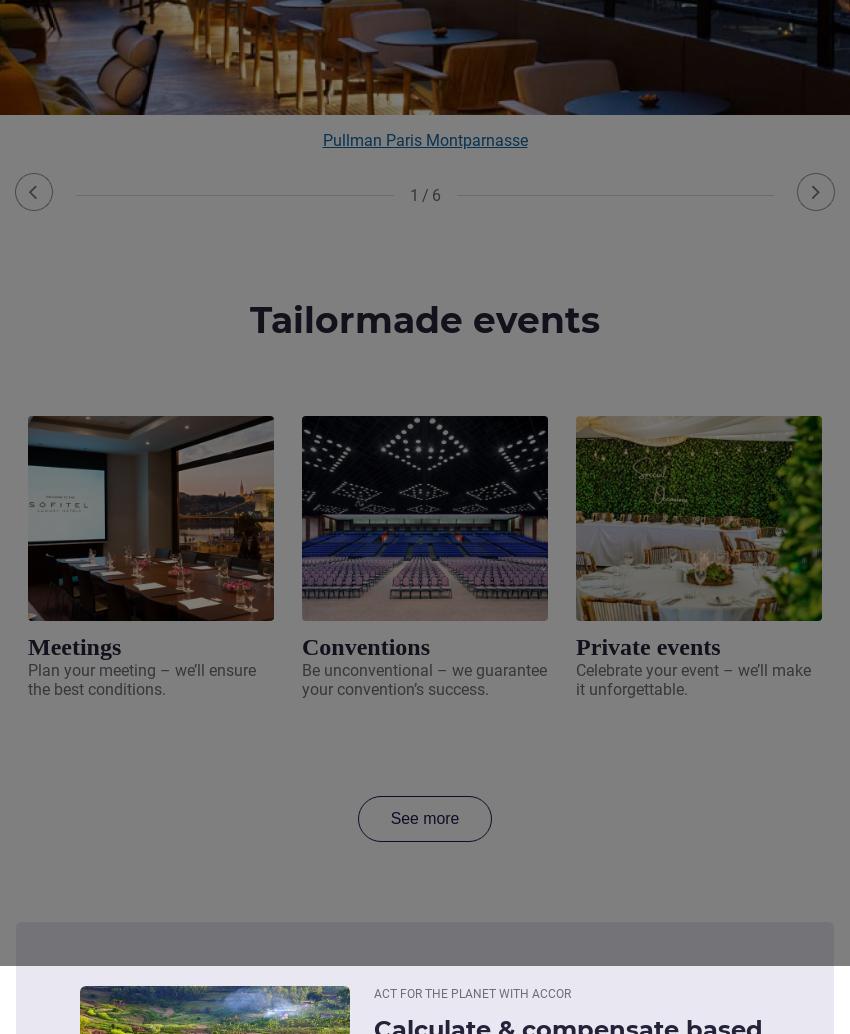  I want to click on 'Tailormade events', so click(425, 319).